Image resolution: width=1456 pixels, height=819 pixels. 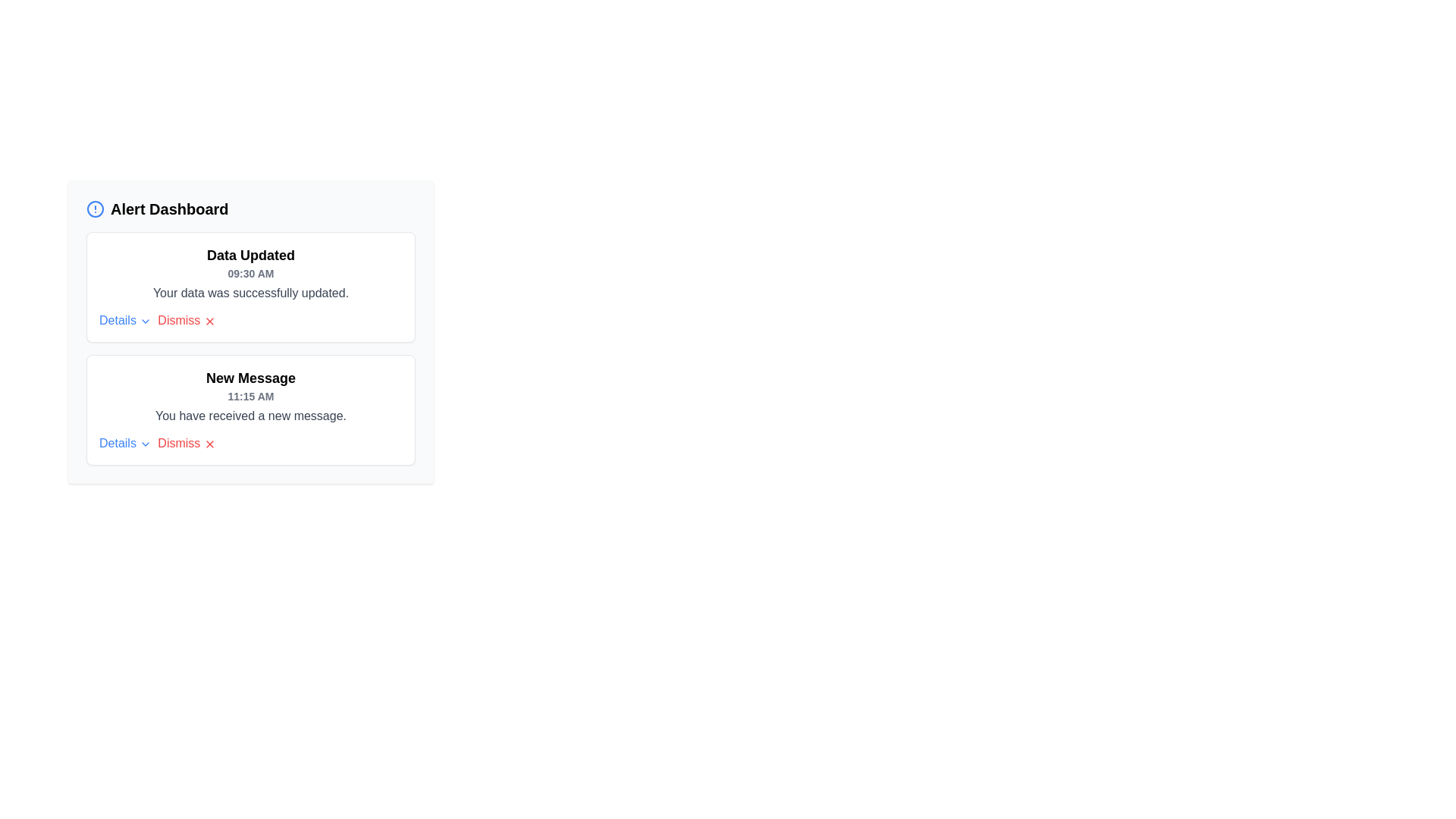 I want to click on the static text element that serves as the title and timestamp for the notification in the 'New Message' card, so click(x=251, y=385).